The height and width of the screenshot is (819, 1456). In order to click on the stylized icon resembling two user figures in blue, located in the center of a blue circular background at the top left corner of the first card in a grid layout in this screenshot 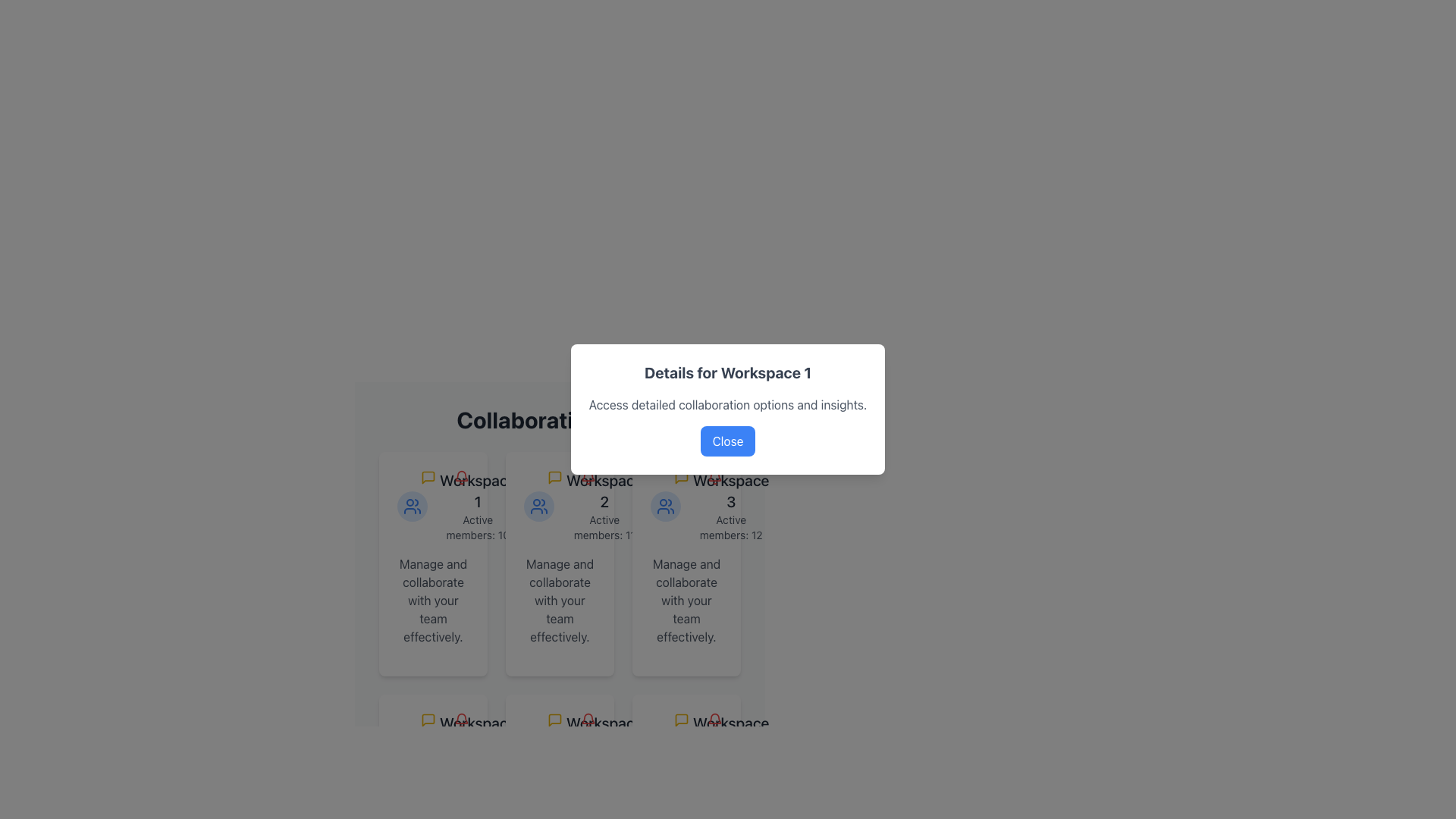, I will do `click(412, 506)`.